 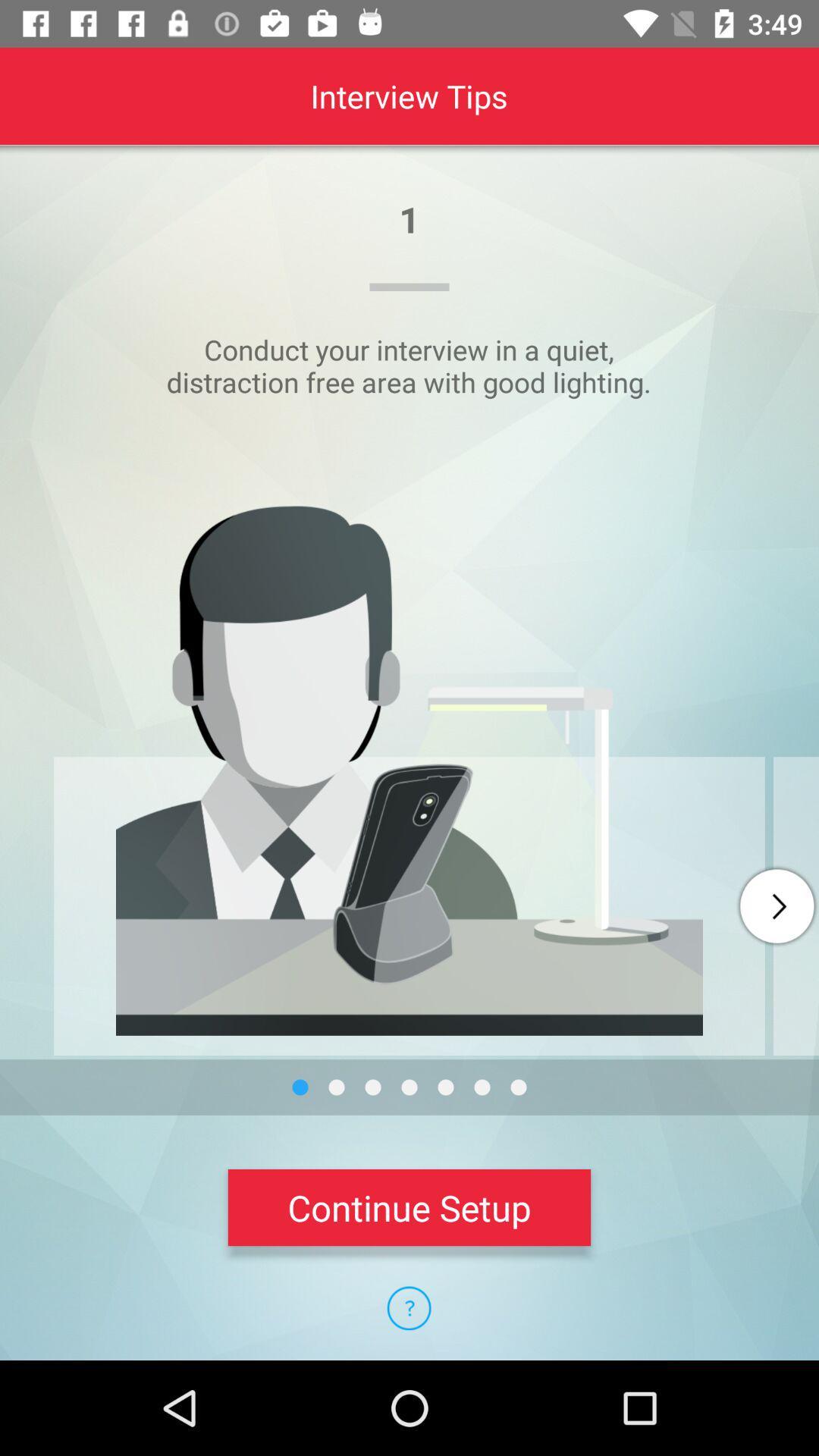 I want to click on next step, so click(x=777, y=906).